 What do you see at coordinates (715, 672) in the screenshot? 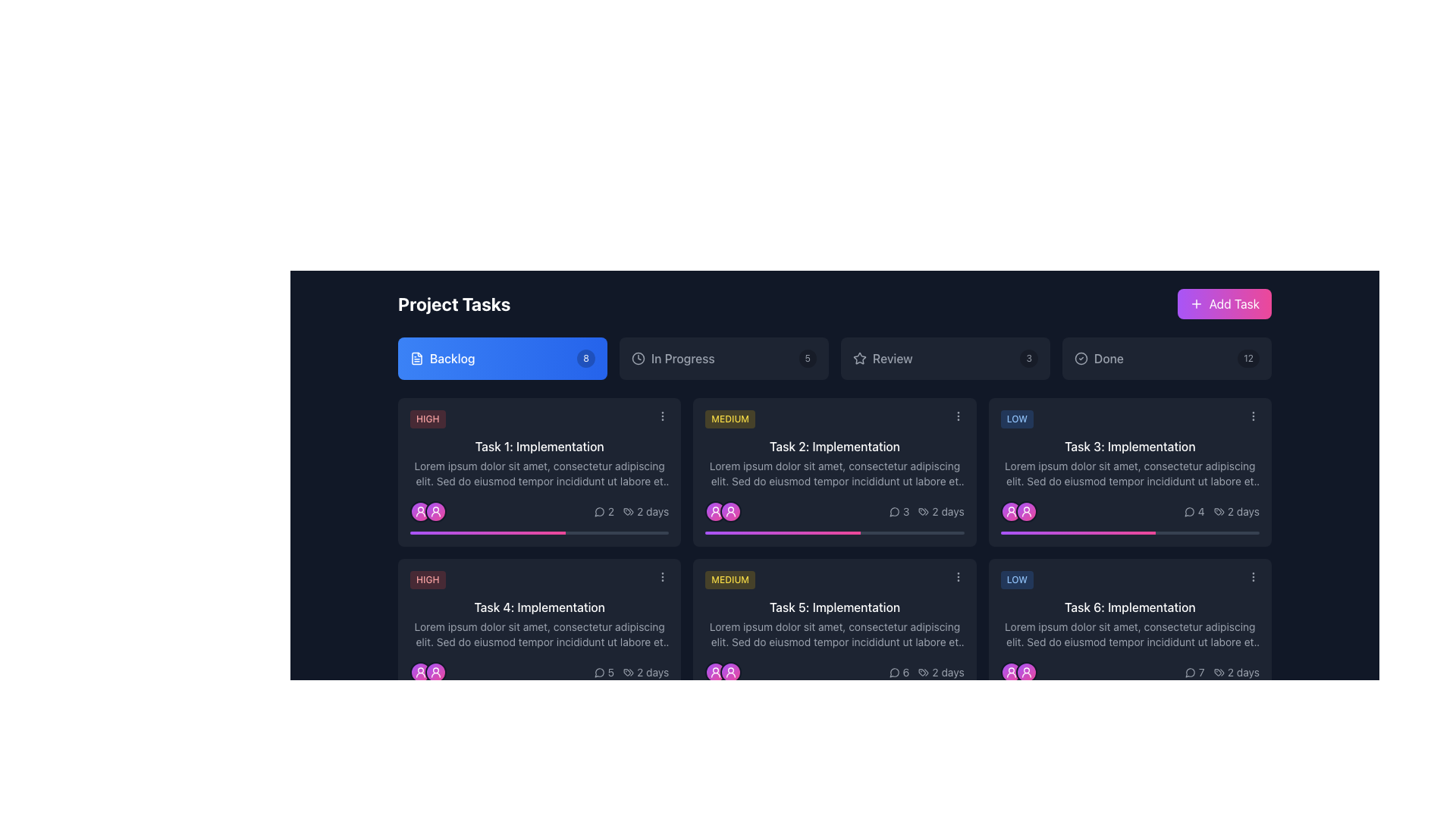
I see `the circular user icon with a white figure, located in the lower section of a task card, above a progress bar, surrounded by a pink gradient background` at bounding box center [715, 672].